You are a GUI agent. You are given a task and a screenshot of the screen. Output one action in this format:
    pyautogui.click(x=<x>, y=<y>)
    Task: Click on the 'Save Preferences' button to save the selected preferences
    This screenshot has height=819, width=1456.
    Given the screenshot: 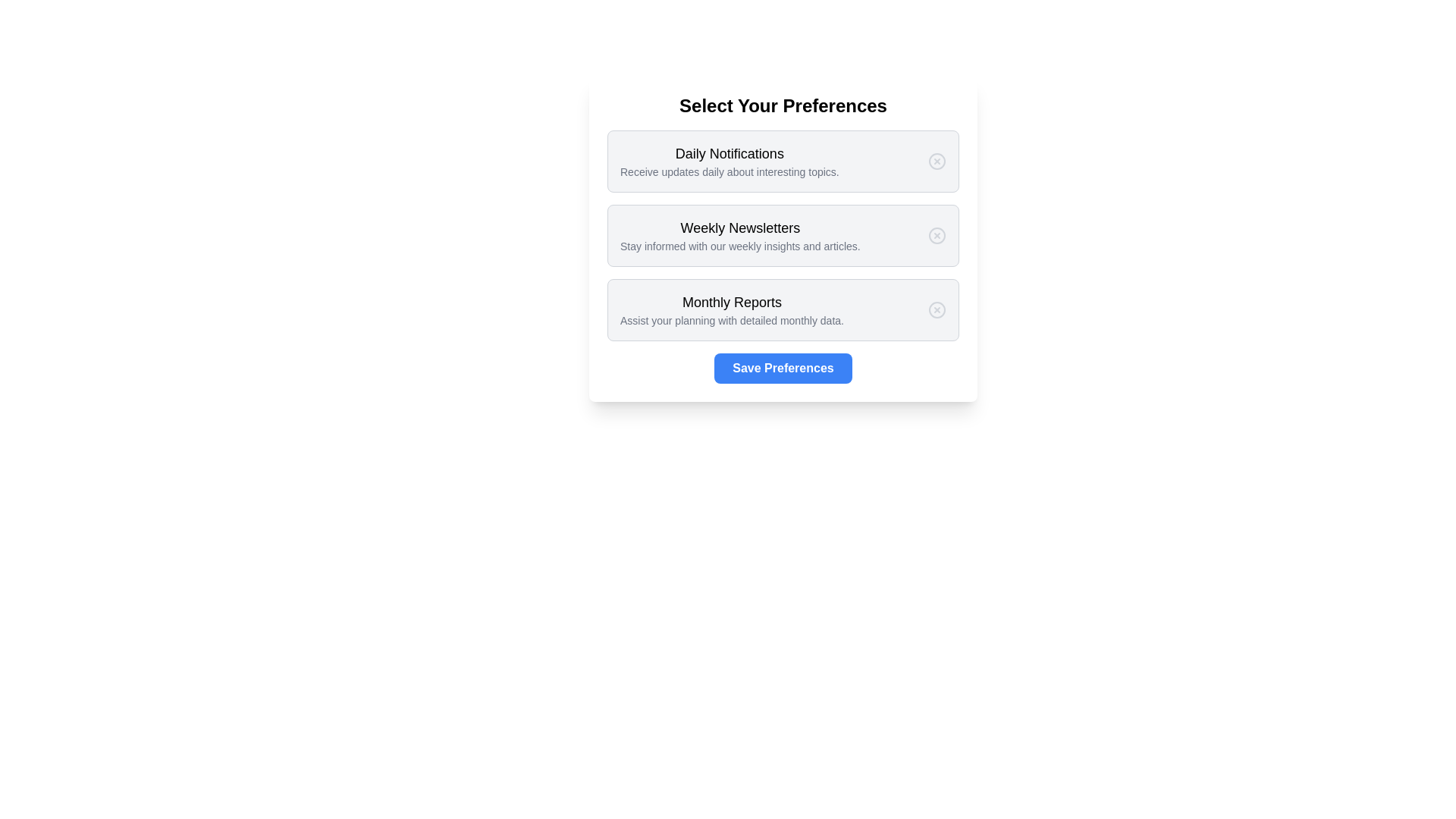 What is the action you would take?
    pyautogui.click(x=783, y=369)
    